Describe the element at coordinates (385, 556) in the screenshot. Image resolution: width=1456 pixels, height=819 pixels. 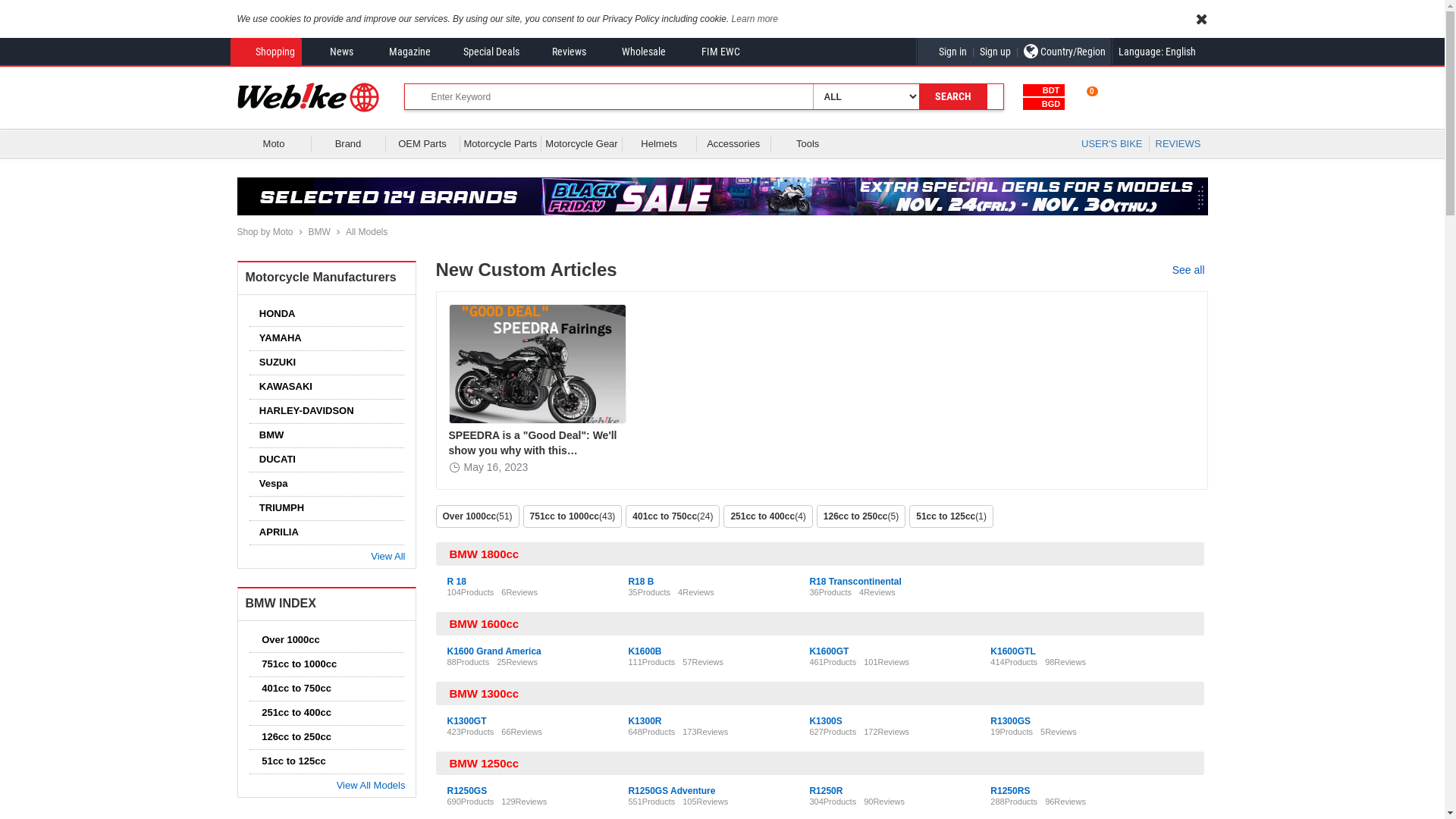
I see `'View All'` at that location.